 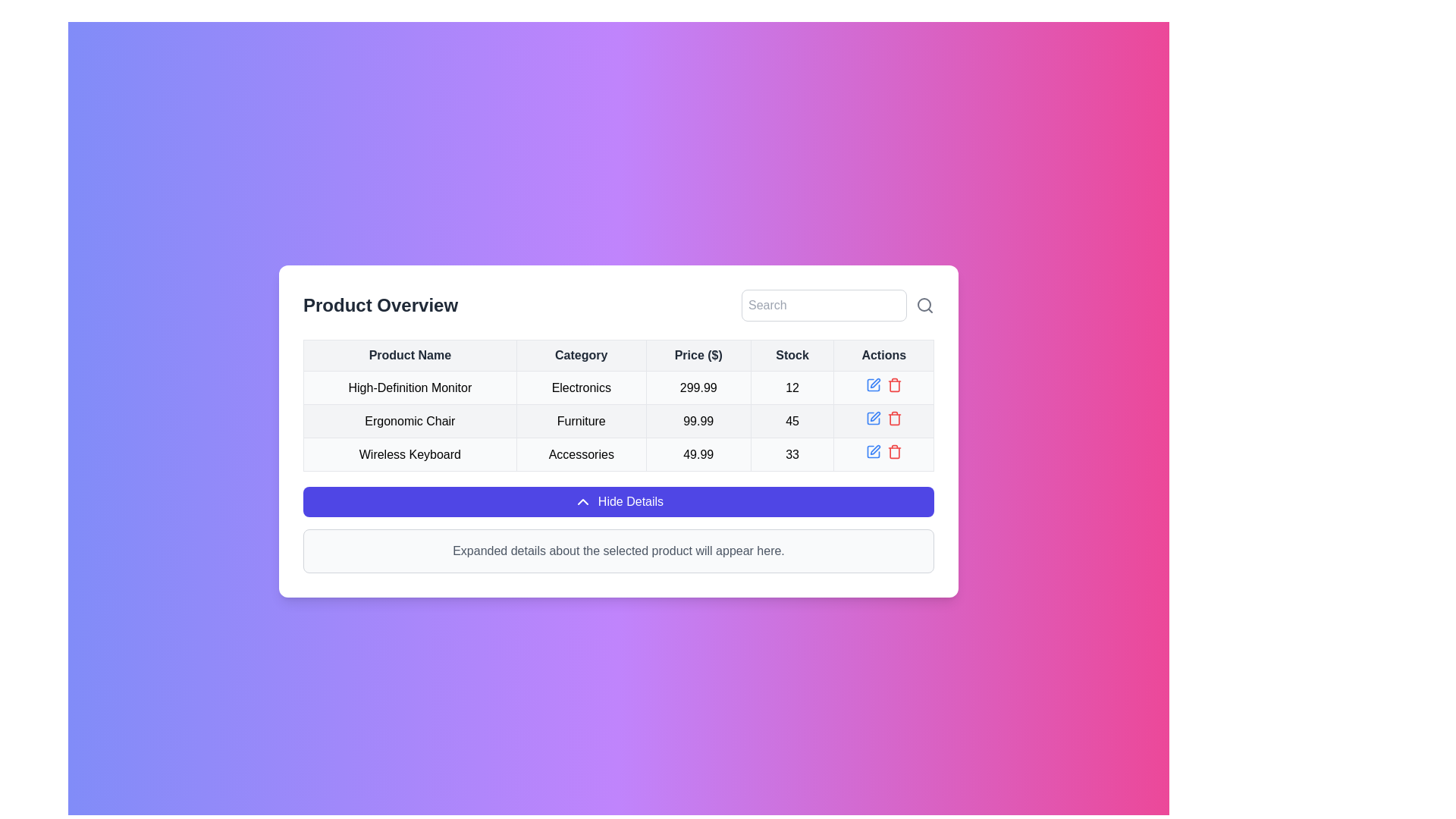 I want to click on the trash can icon in the 'Actions' column associated with the 'Ergonomic Chair' product entry, so click(x=894, y=419).